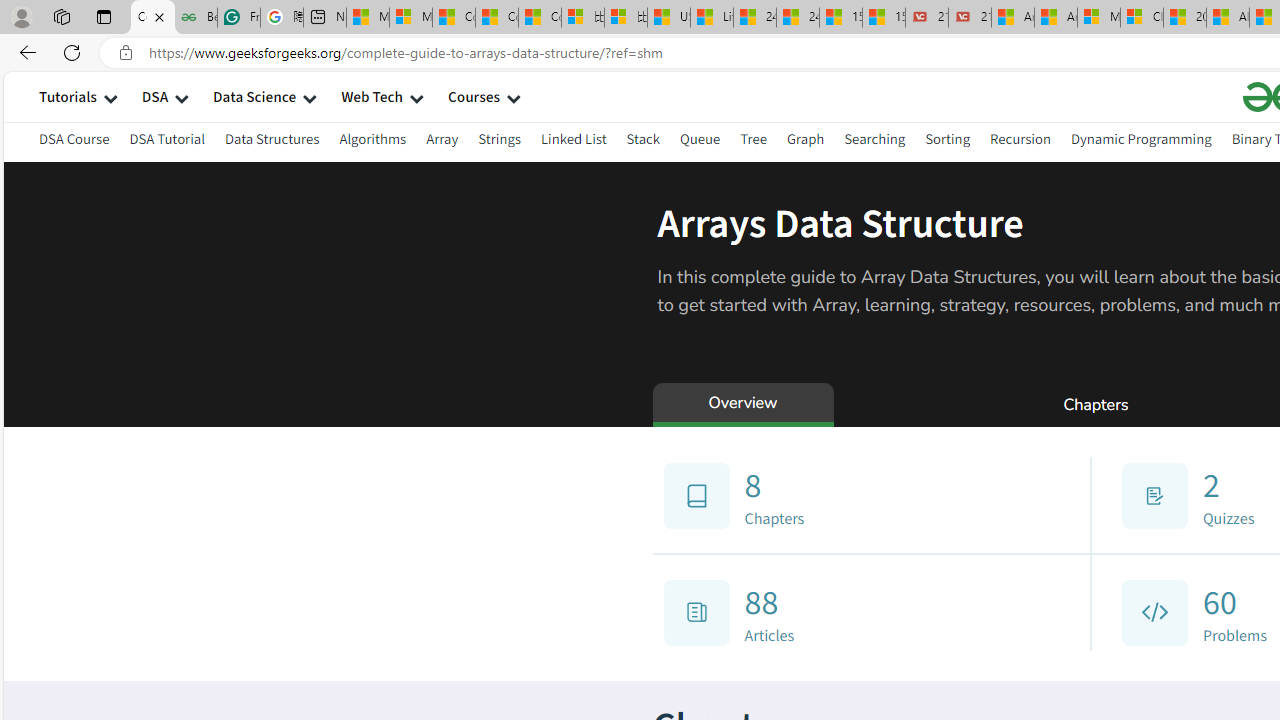 The height and width of the screenshot is (720, 1280). Describe the element at coordinates (441, 138) in the screenshot. I see `'Array'` at that location.